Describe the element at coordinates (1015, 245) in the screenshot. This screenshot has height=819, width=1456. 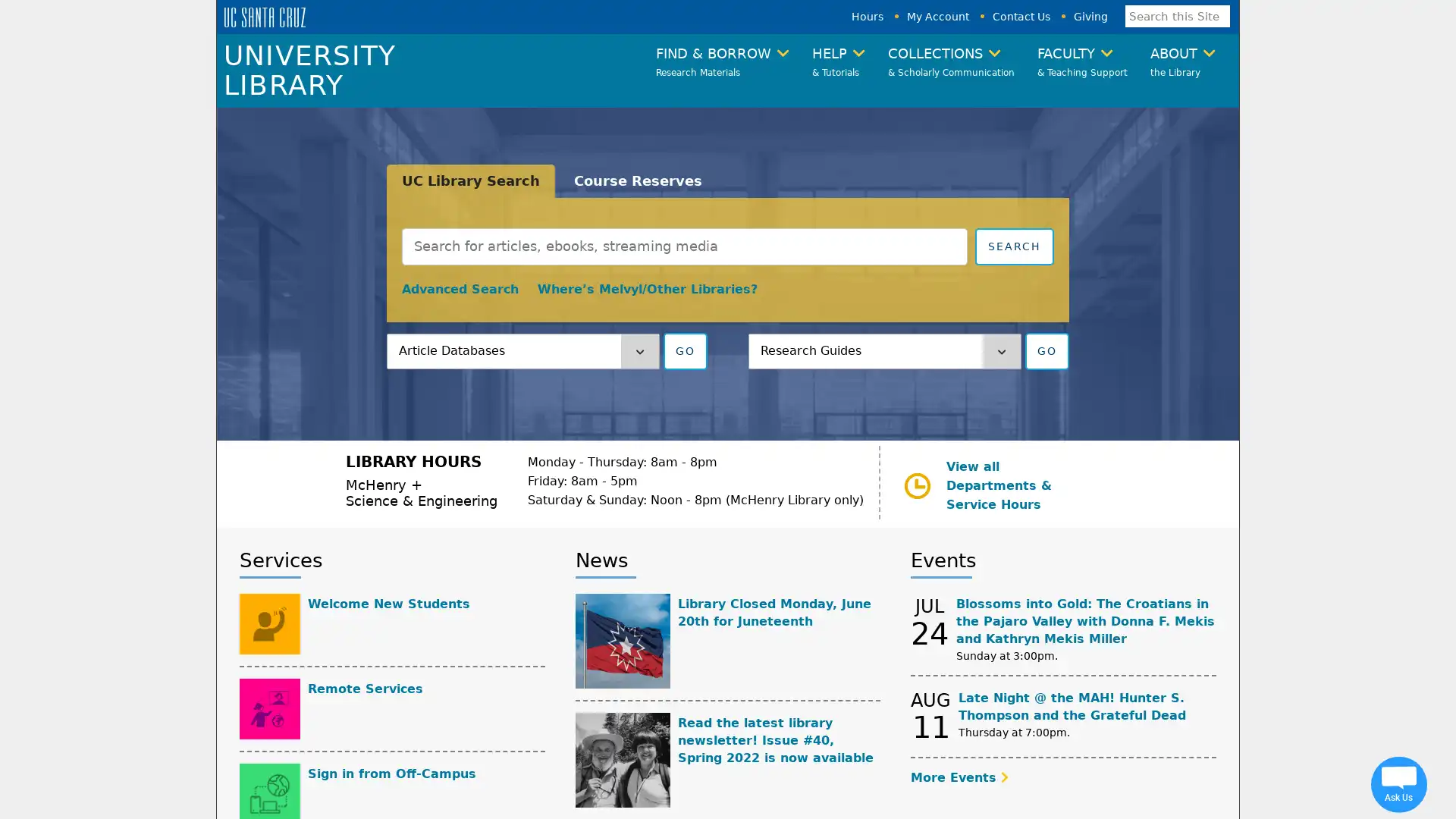
I see `Submit search` at that location.